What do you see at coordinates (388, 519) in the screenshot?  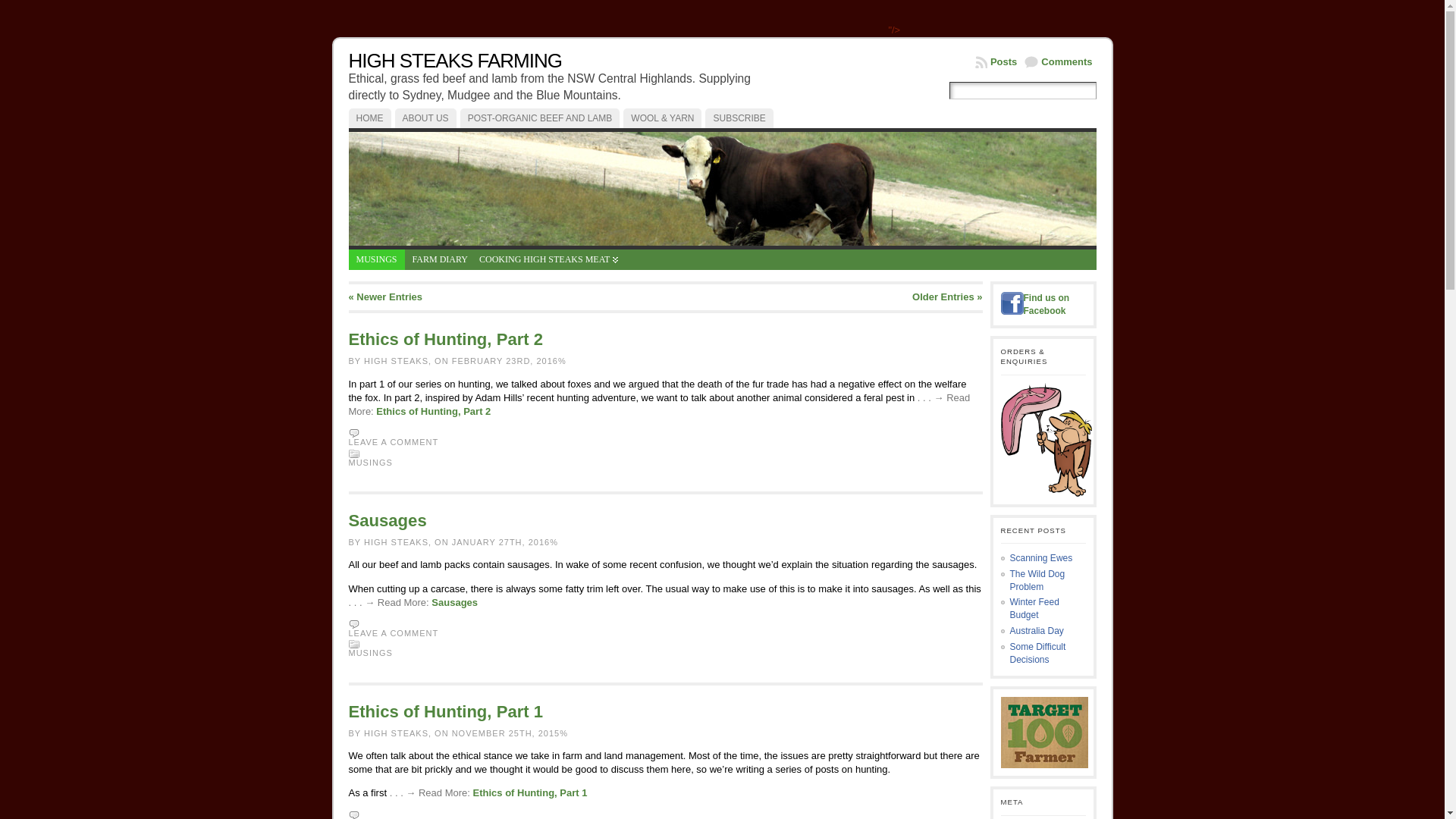 I see `'Sausages'` at bounding box center [388, 519].